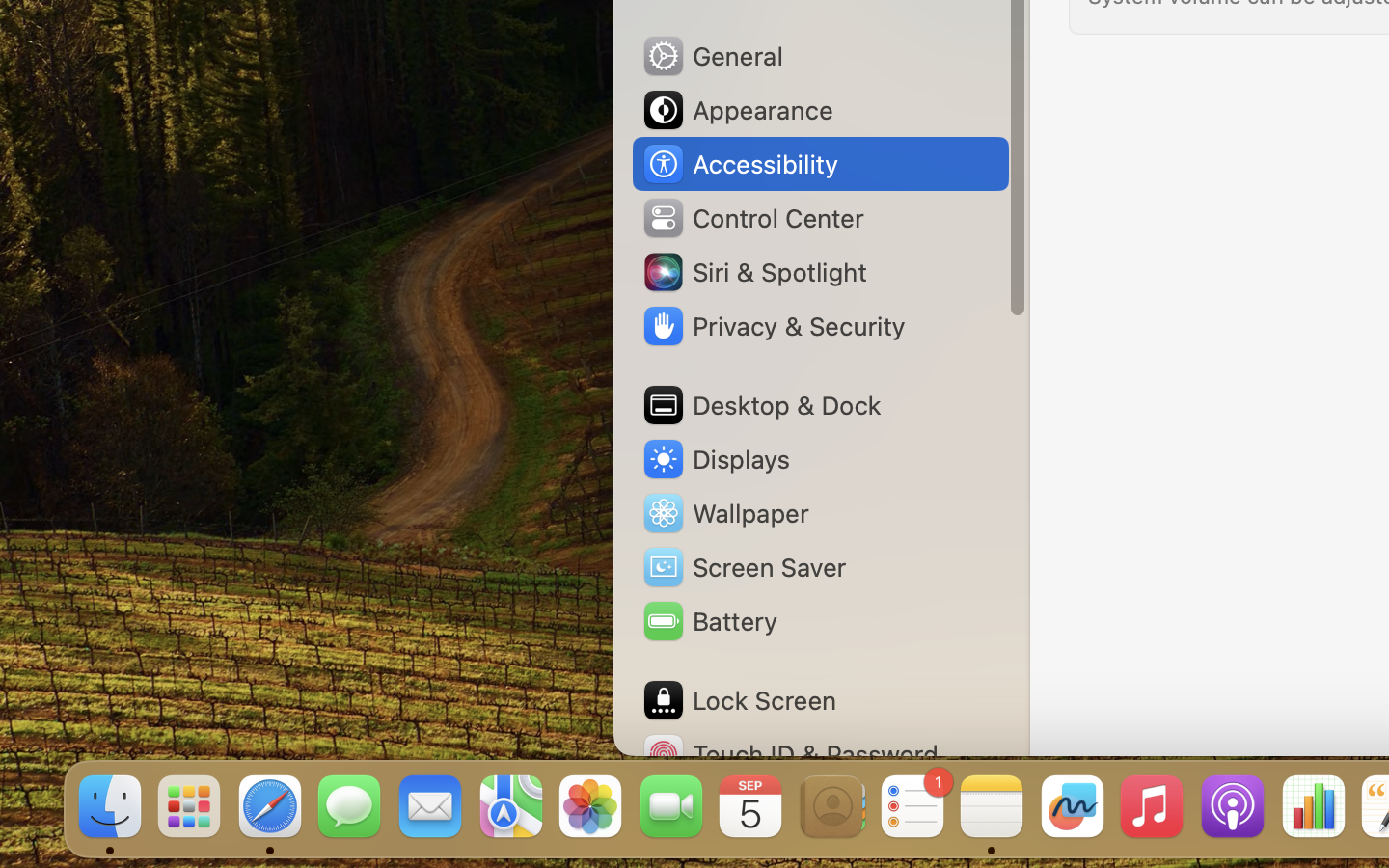  I want to click on 'Touch ID & Password', so click(790, 753).